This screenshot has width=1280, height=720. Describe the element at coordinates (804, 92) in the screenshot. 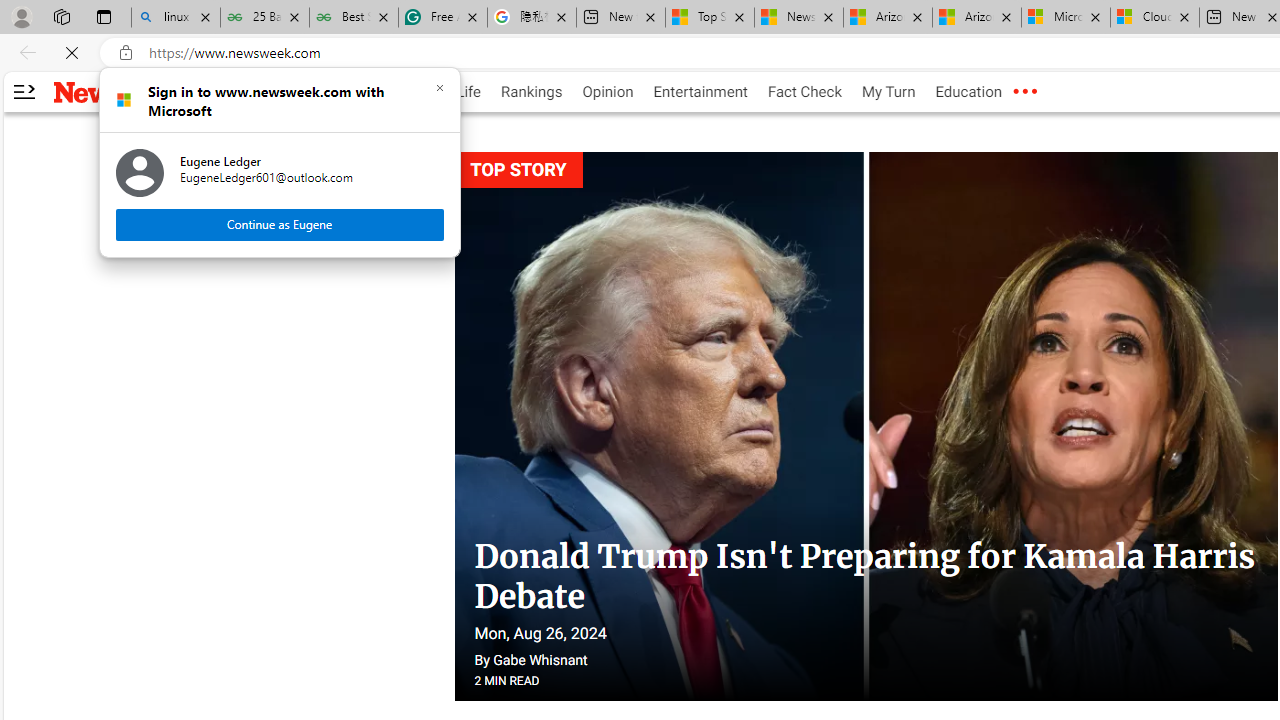

I see `'Fact Check'` at that location.